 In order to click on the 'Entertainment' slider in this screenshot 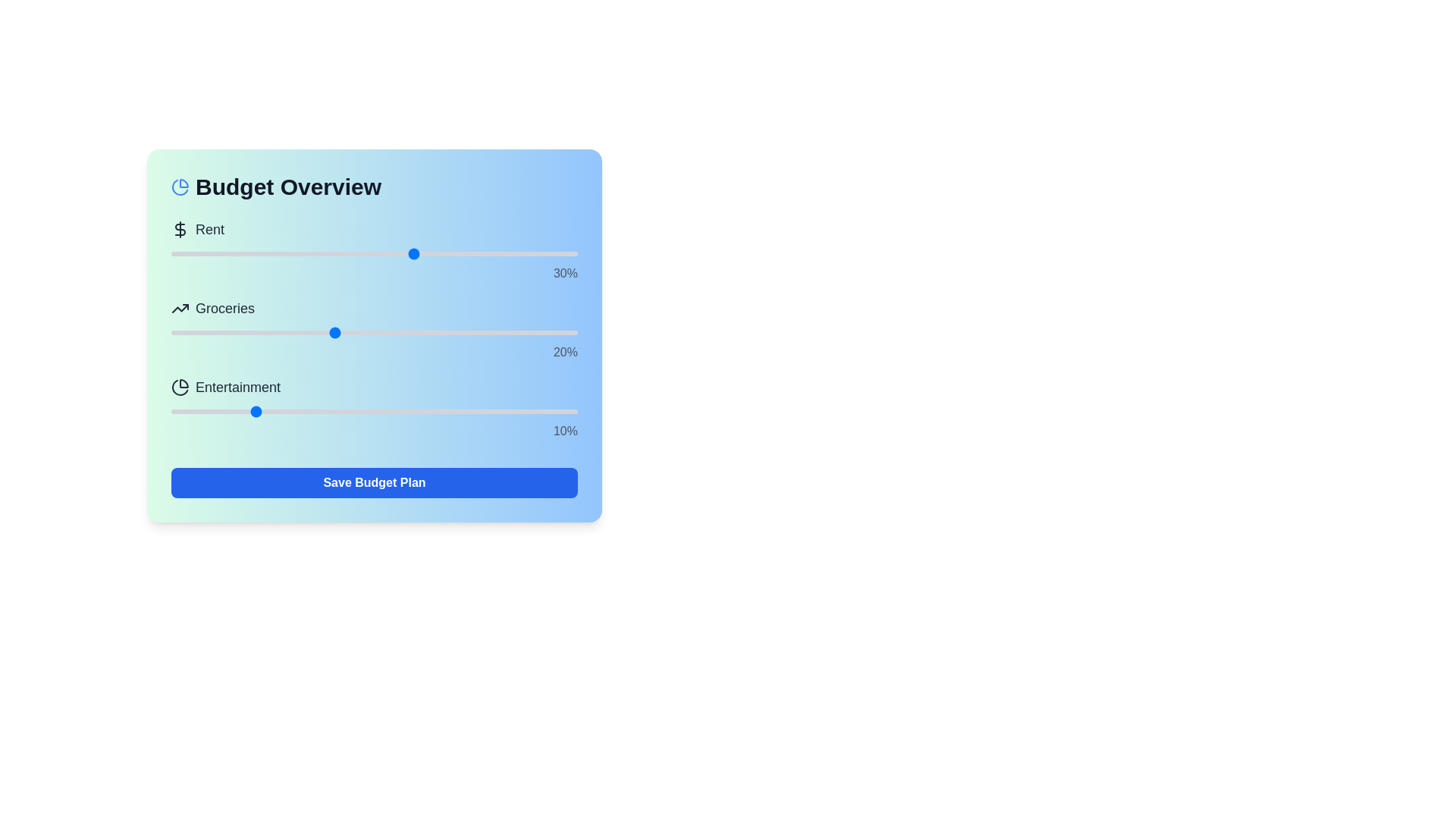, I will do `click(357, 412)`.